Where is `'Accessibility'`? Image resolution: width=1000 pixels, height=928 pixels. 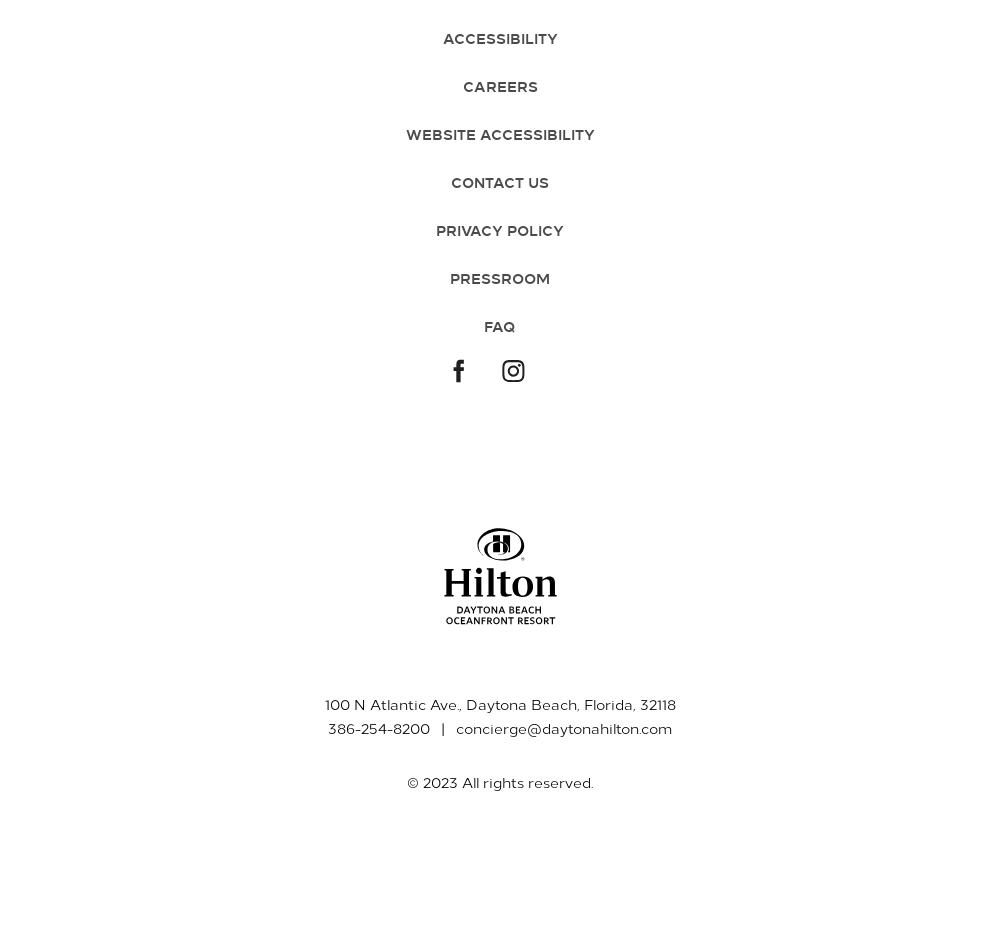 'Accessibility' is located at coordinates (441, 36).